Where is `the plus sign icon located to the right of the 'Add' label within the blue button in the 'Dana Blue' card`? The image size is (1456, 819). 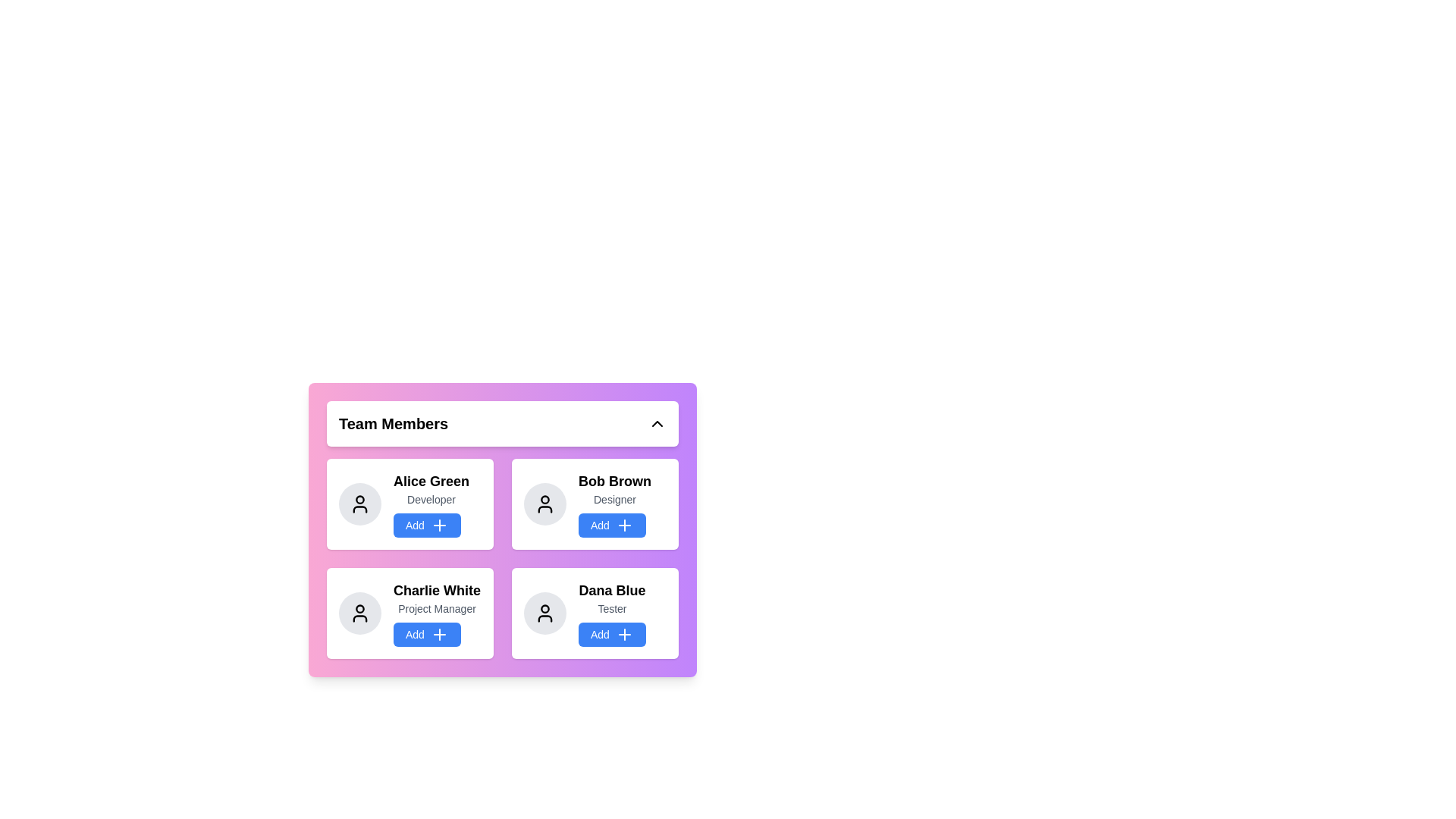
the plus sign icon located to the right of the 'Add' label within the blue button in the 'Dana Blue' card is located at coordinates (624, 635).